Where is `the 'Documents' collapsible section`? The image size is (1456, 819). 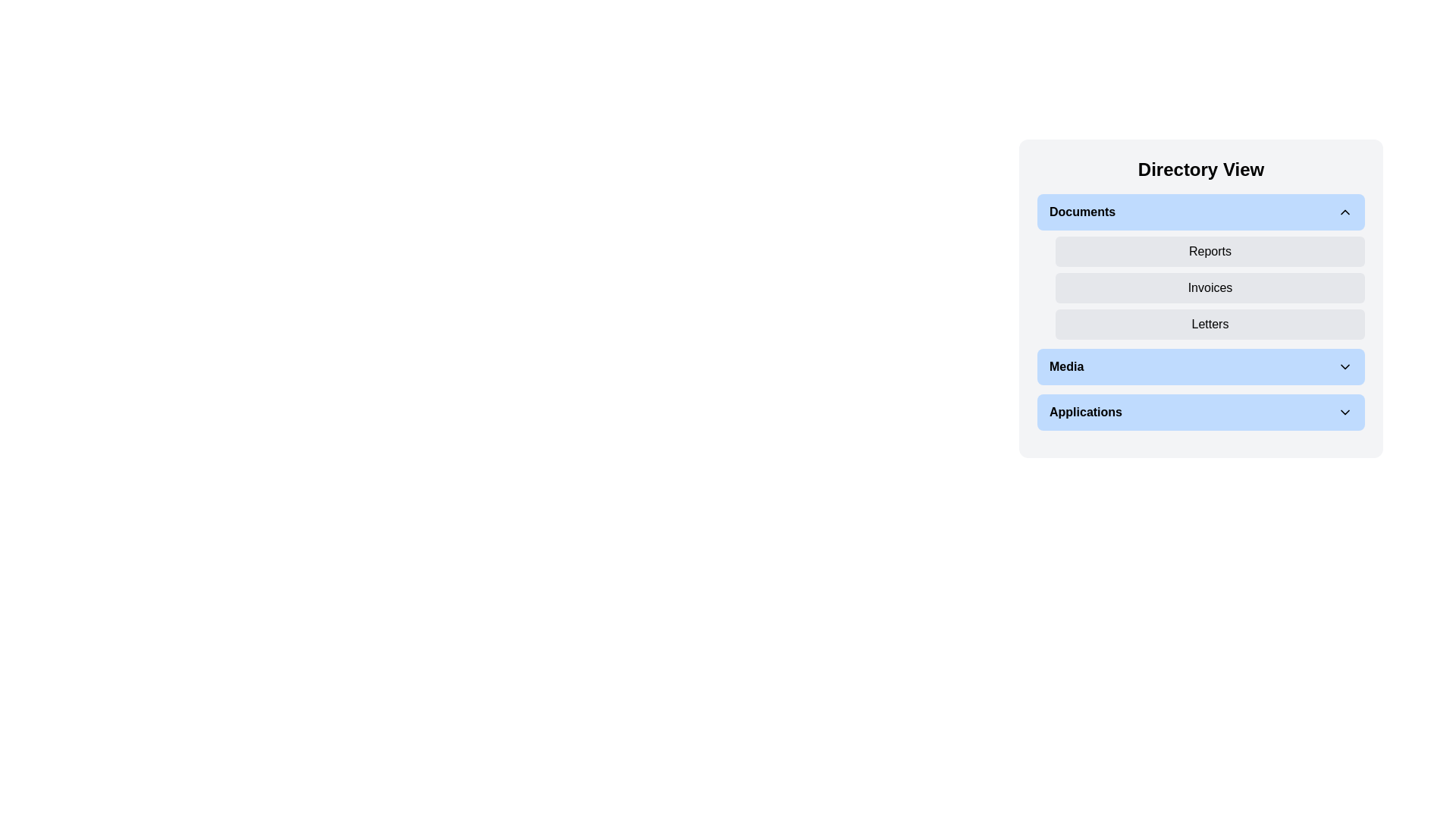 the 'Documents' collapsible section is located at coordinates (1200, 265).